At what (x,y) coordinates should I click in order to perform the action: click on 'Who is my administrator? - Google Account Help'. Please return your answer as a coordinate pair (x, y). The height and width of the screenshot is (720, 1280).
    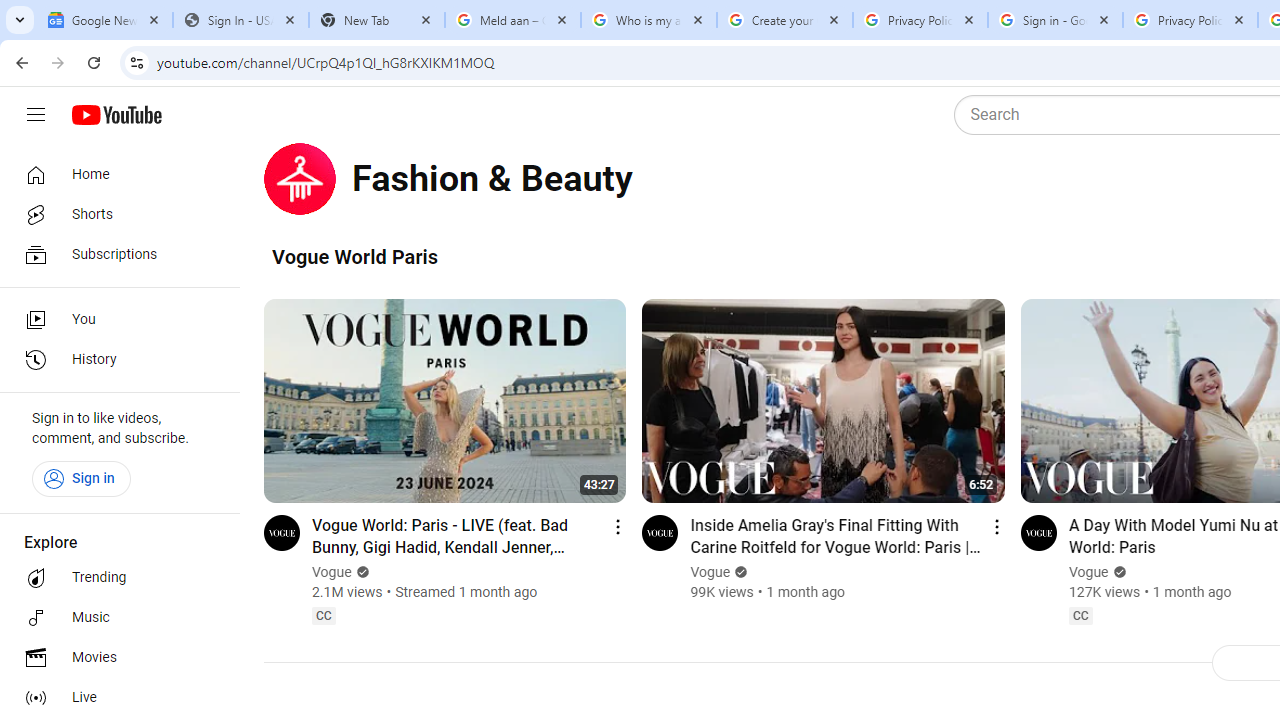
    Looking at the image, I should click on (648, 20).